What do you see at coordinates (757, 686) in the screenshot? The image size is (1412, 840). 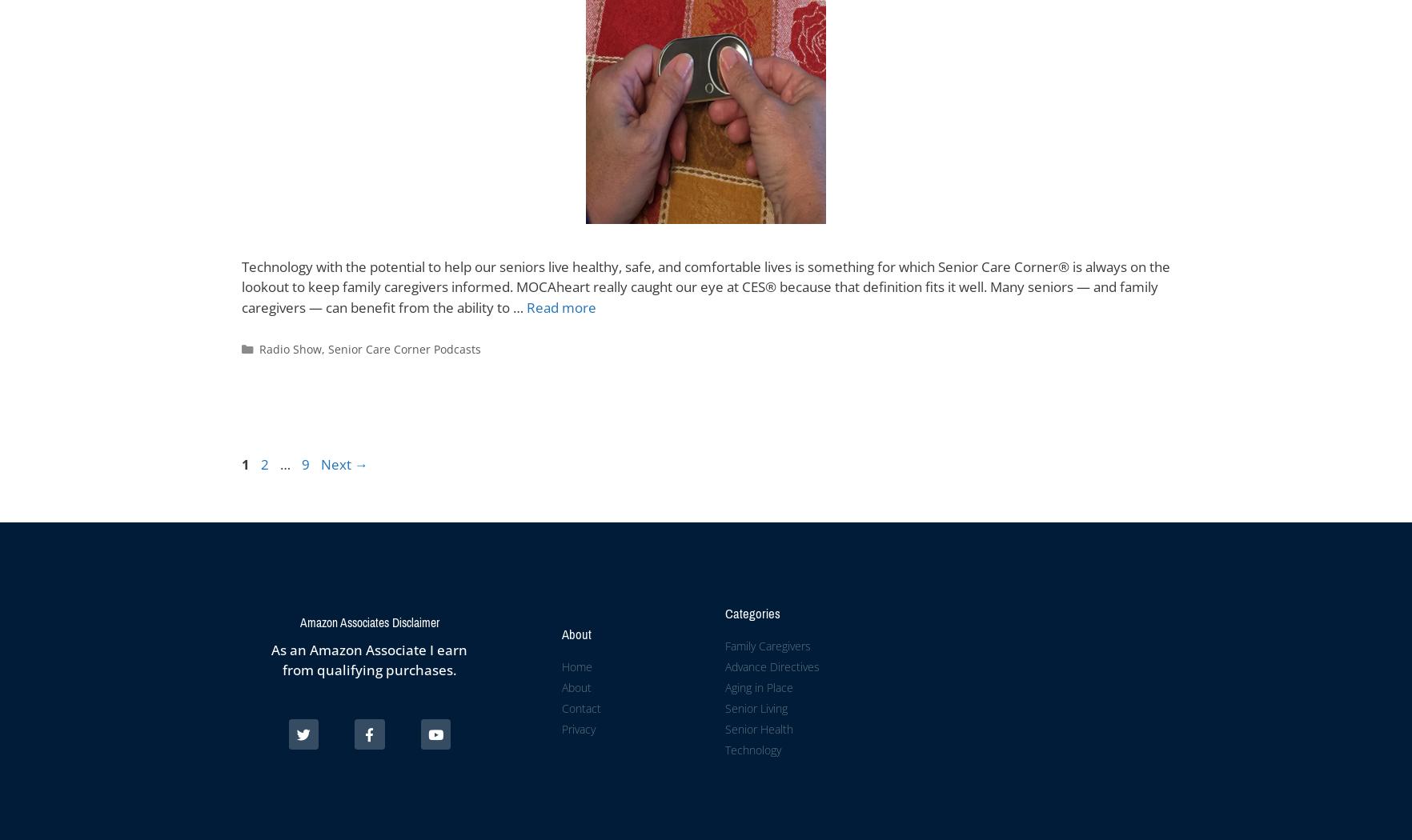 I see `'Aging in Place'` at bounding box center [757, 686].